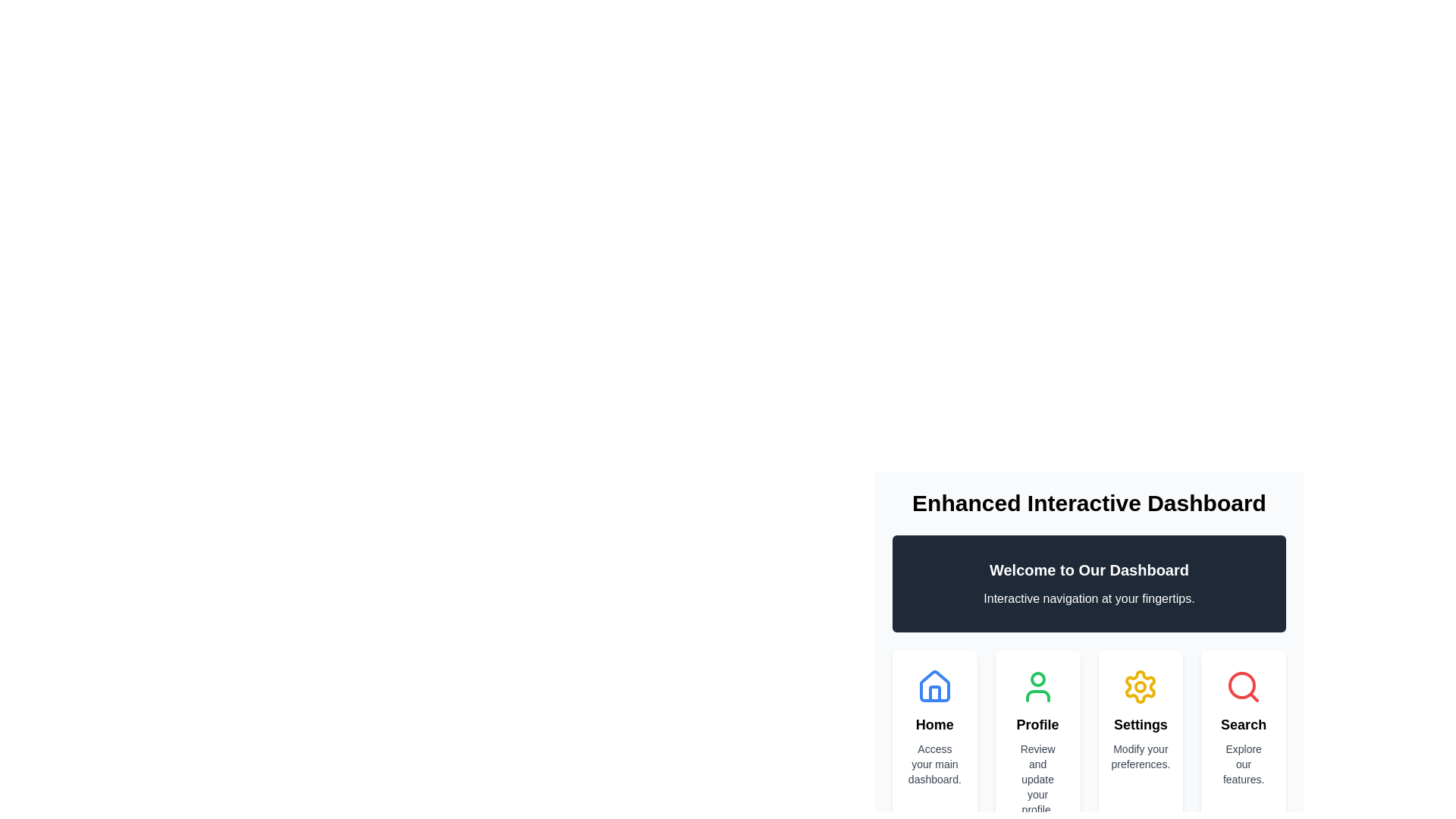 This screenshot has height=819, width=1456. I want to click on the decorative Circle (SVG element) located at the center of the gear icon labeled 'Settings', so click(1141, 687).